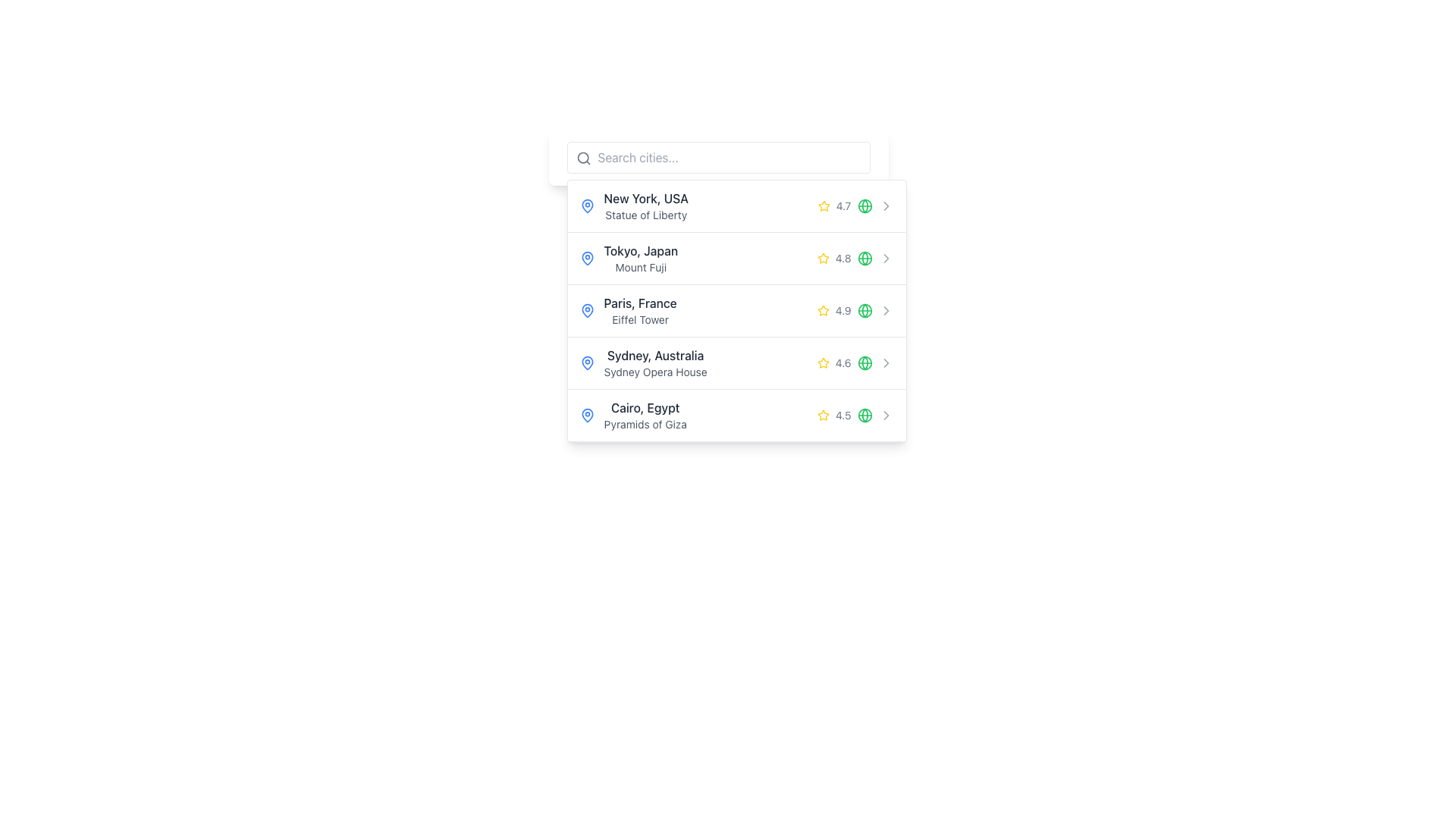 Image resolution: width=1456 pixels, height=819 pixels. What do you see at coordinates (844, 415) in the screenshot?
I see `the globe icon in the Rating display for 'Cairo, Egypt - Pyramids of Giza'` at bounding box center [844, 415].